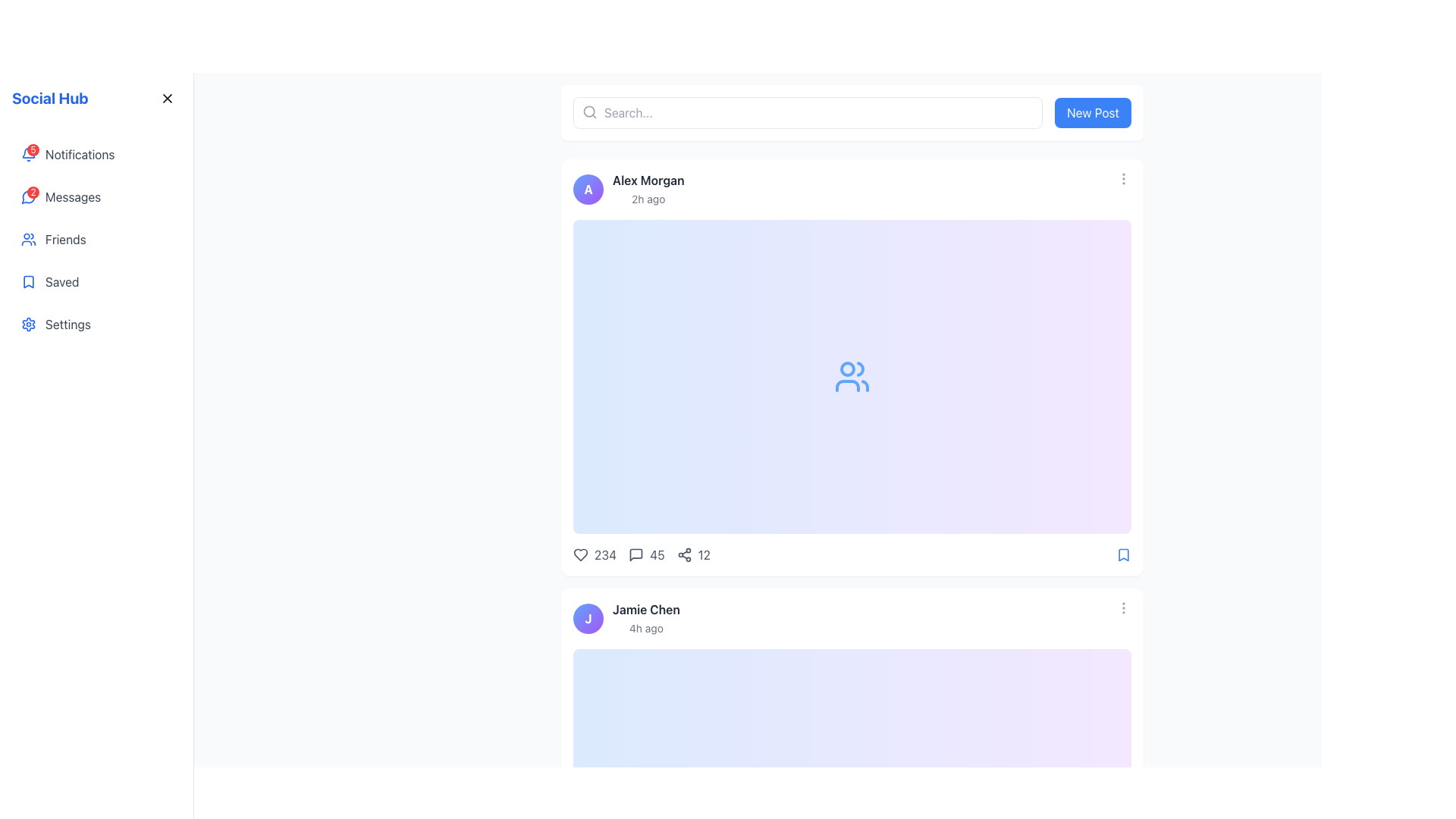 Image resolution: width=1456 pixels, height=819 pixels. What do you see at coordinates (28, 196) in the screenshot?
I see `the messaging icon in the left-side navigation menu, located below the 'Notifications' icon and above the 'Friends' icon` at bounding box center [28, 196].